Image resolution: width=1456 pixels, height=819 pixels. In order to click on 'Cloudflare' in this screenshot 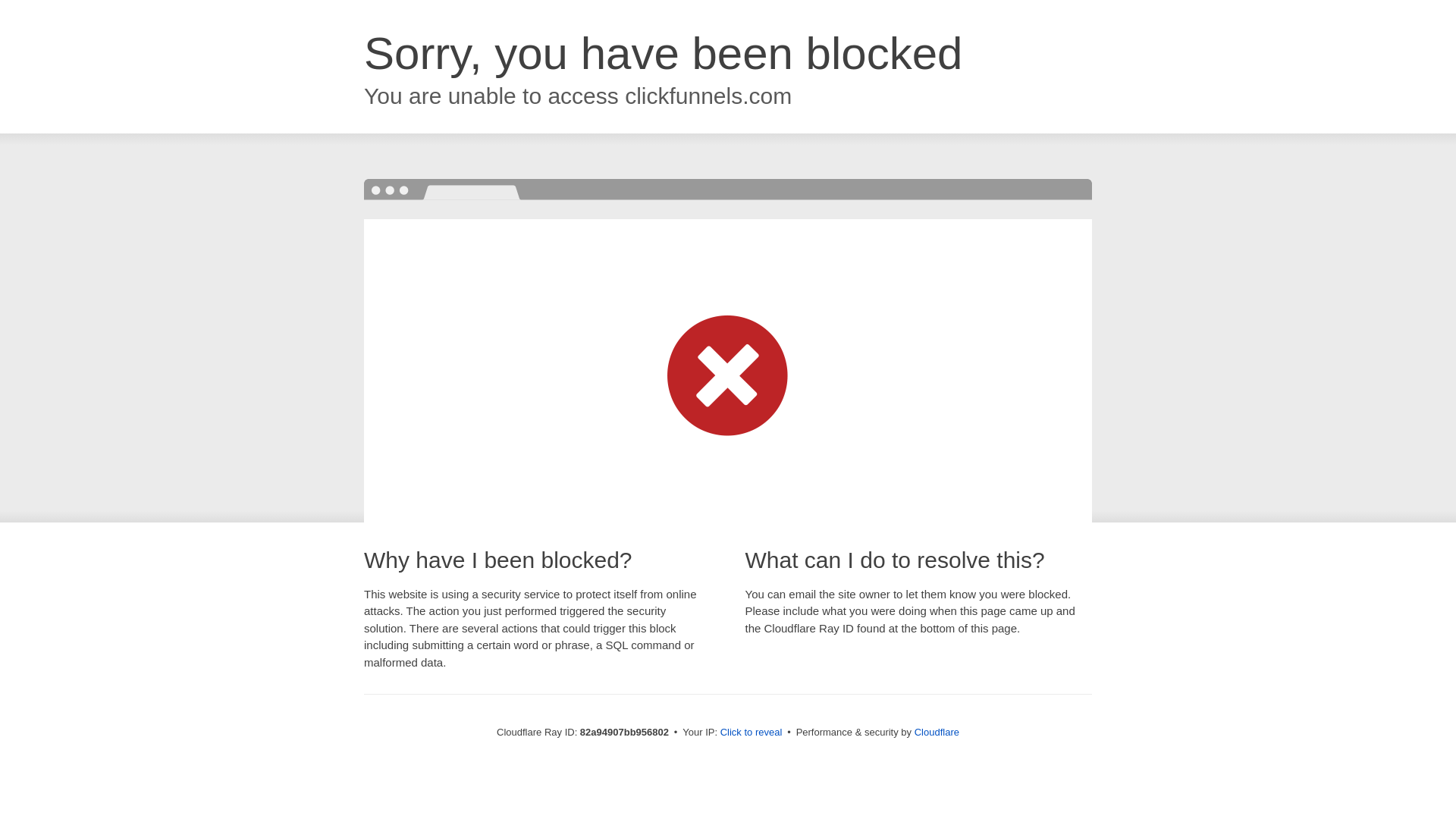, I will do `click(936, 731)`.